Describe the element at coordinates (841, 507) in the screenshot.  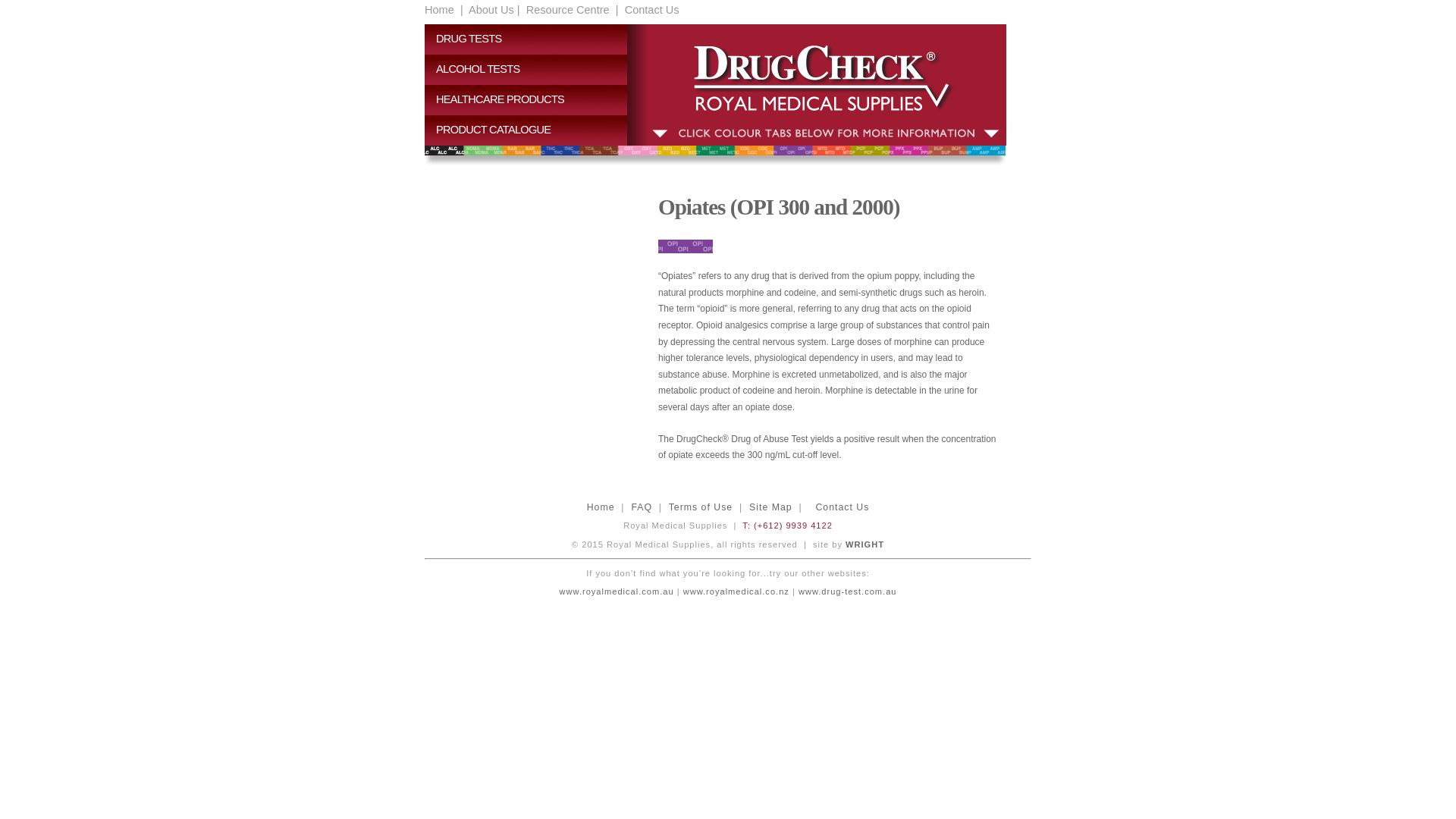
I see `'Contact Us'` at that location.